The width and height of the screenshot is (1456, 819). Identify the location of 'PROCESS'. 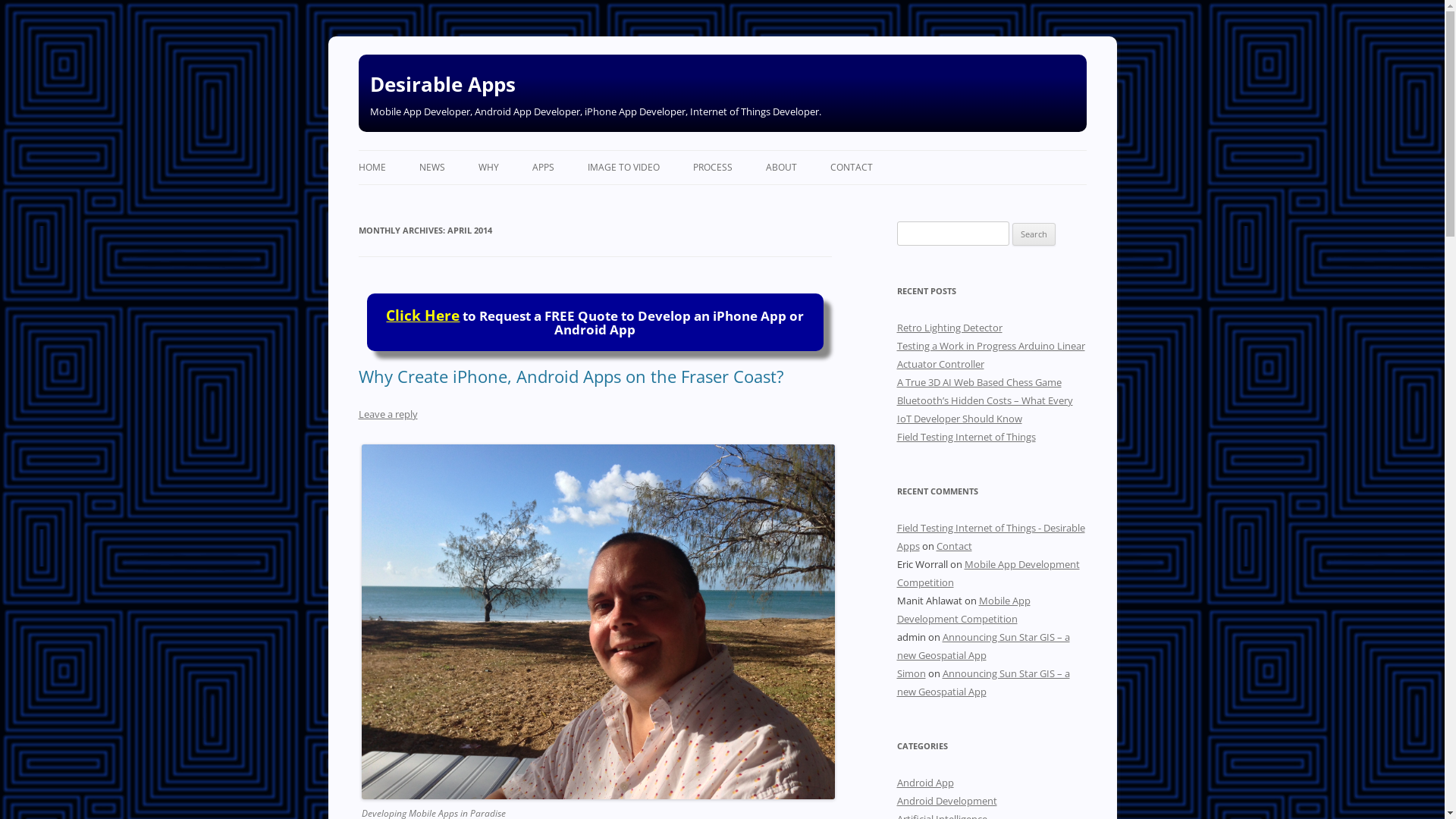
(712, 167).